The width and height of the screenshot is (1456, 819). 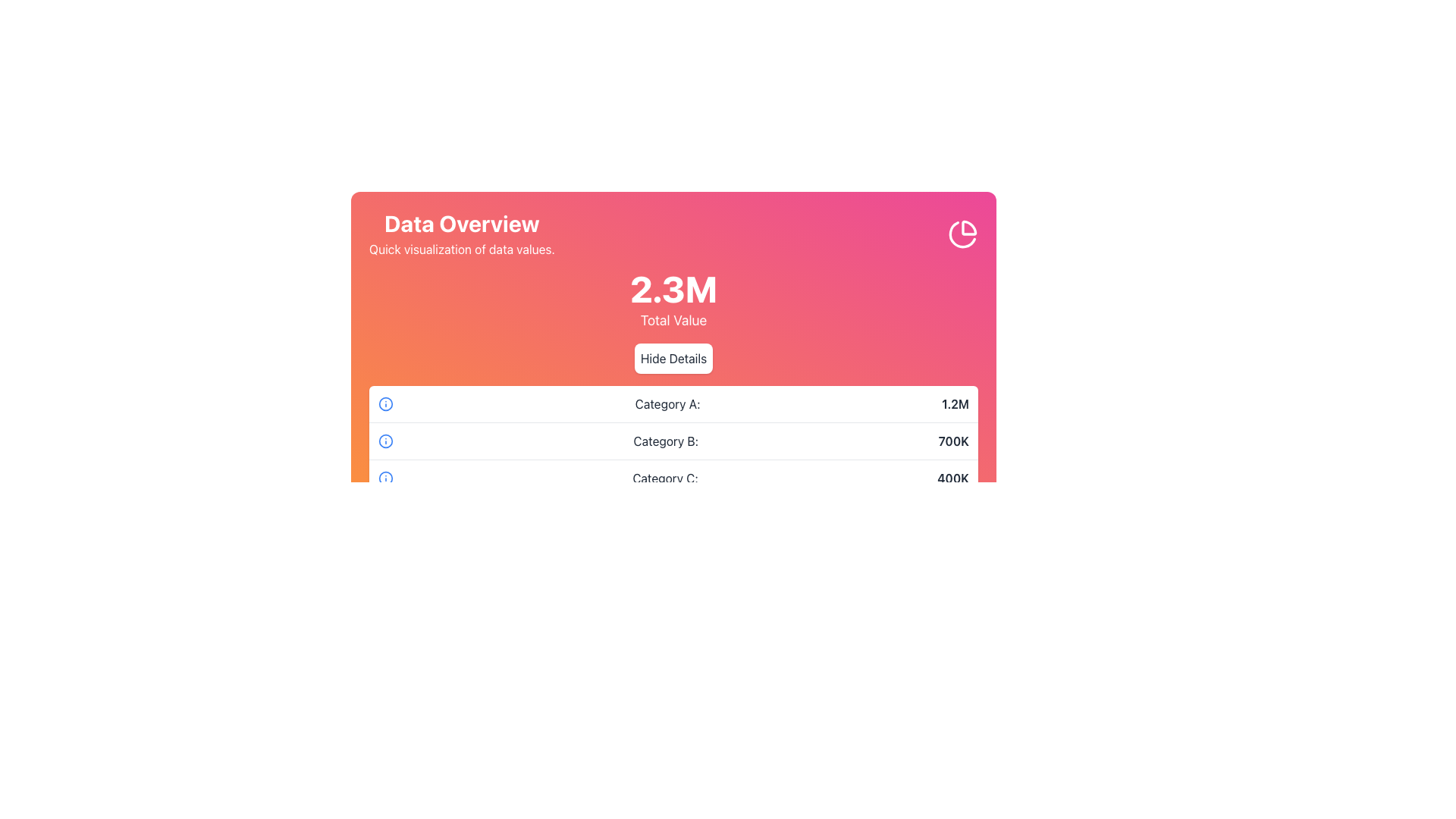 What do you see at coordinates (385, 479) in the screenshot?
I see `the circular icon with a blue outline and an 'i' symbol located in the row for 'Category C: 400K'` at bounding box center [385, 479].